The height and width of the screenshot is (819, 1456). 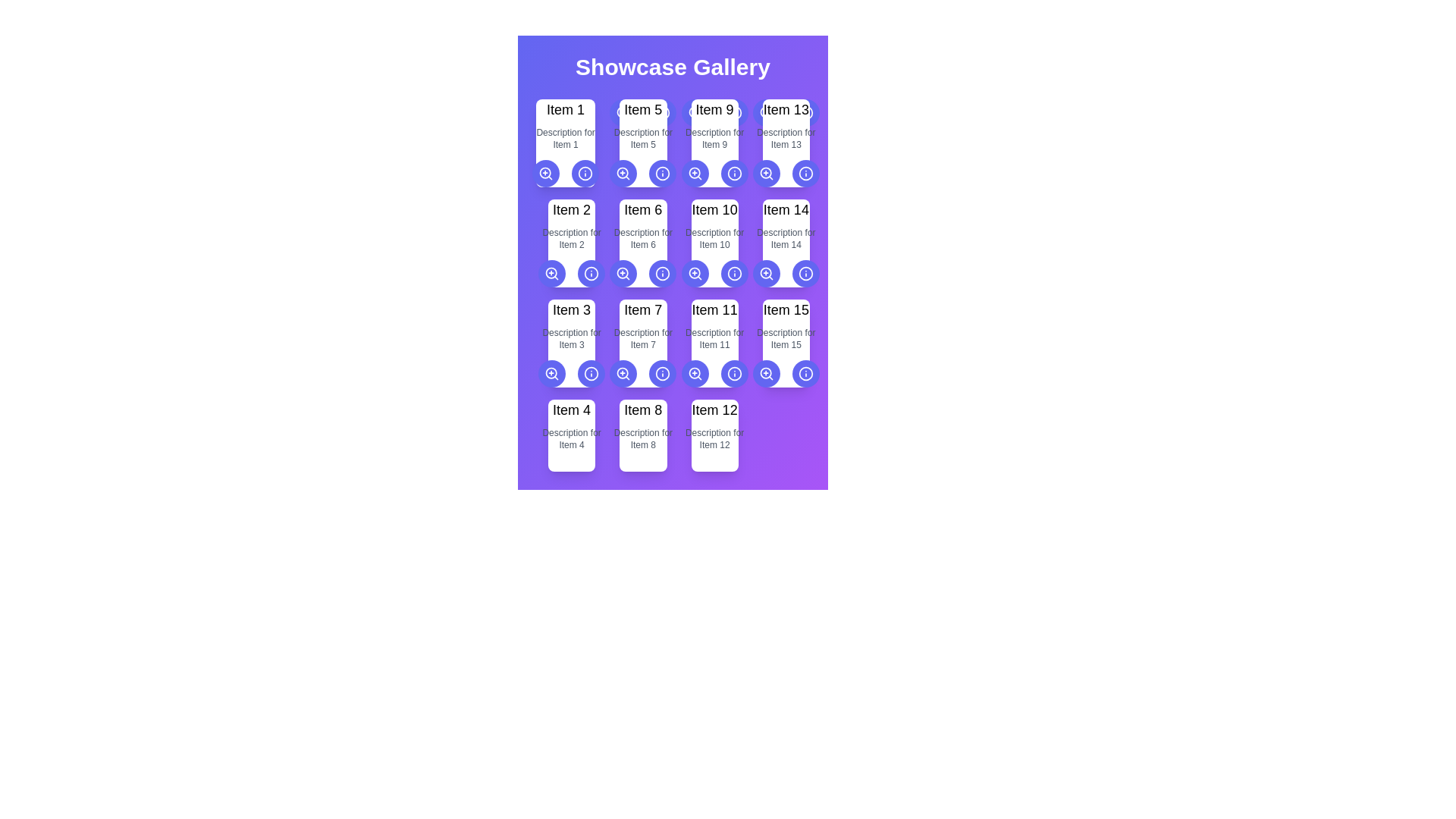 I want to click on the Display card titled 'Item 3' located in the second row and first column of the grid under 'Showcase Gallery', so click(x=571, y=343).